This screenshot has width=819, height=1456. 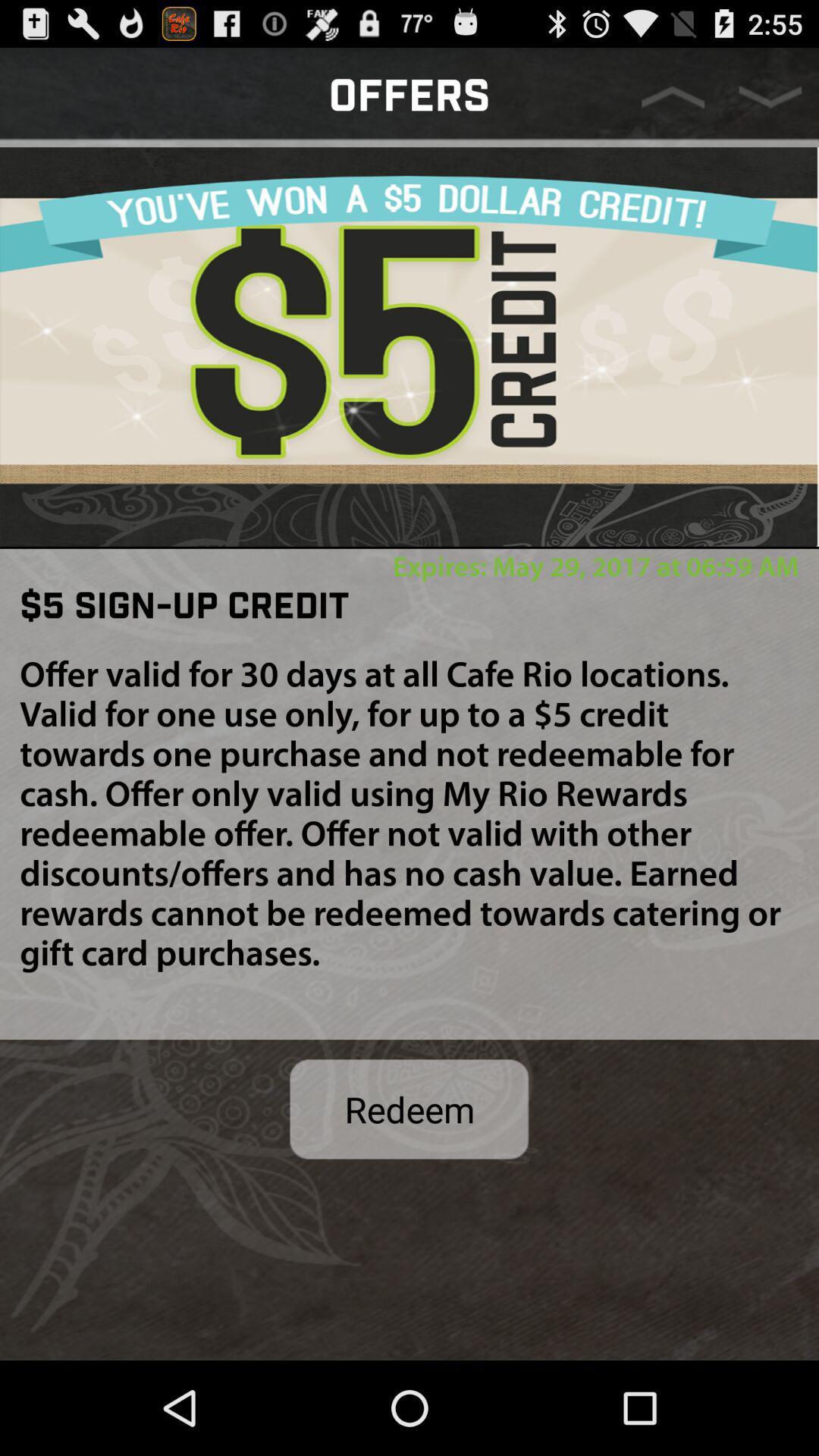 I want to click on go down, so click(x=770, y=96).